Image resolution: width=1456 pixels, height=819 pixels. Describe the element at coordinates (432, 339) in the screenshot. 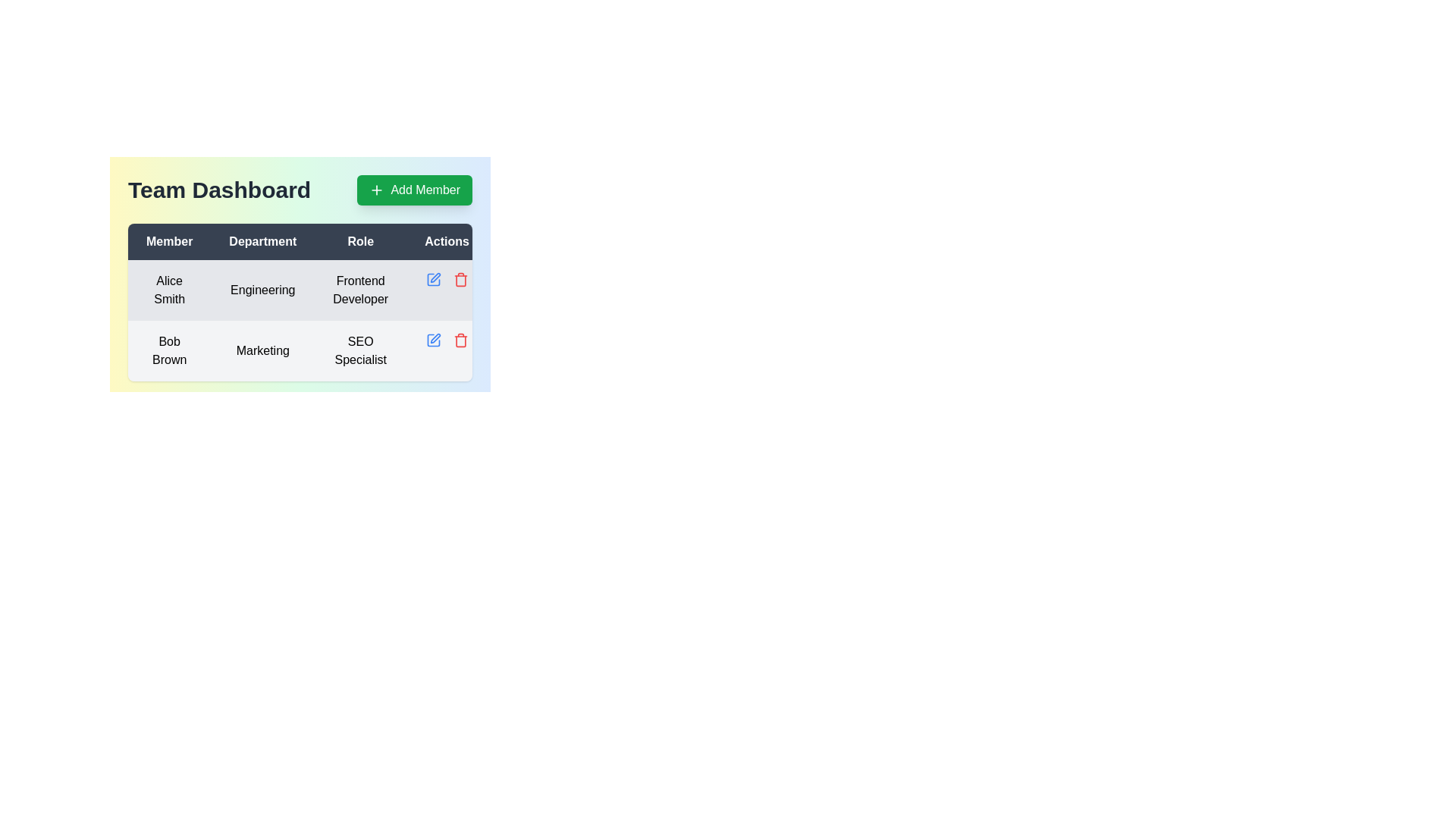

I see `the pen icon button in the 'Actions' column of the second row in the 'Team Dashboard'` at that location.